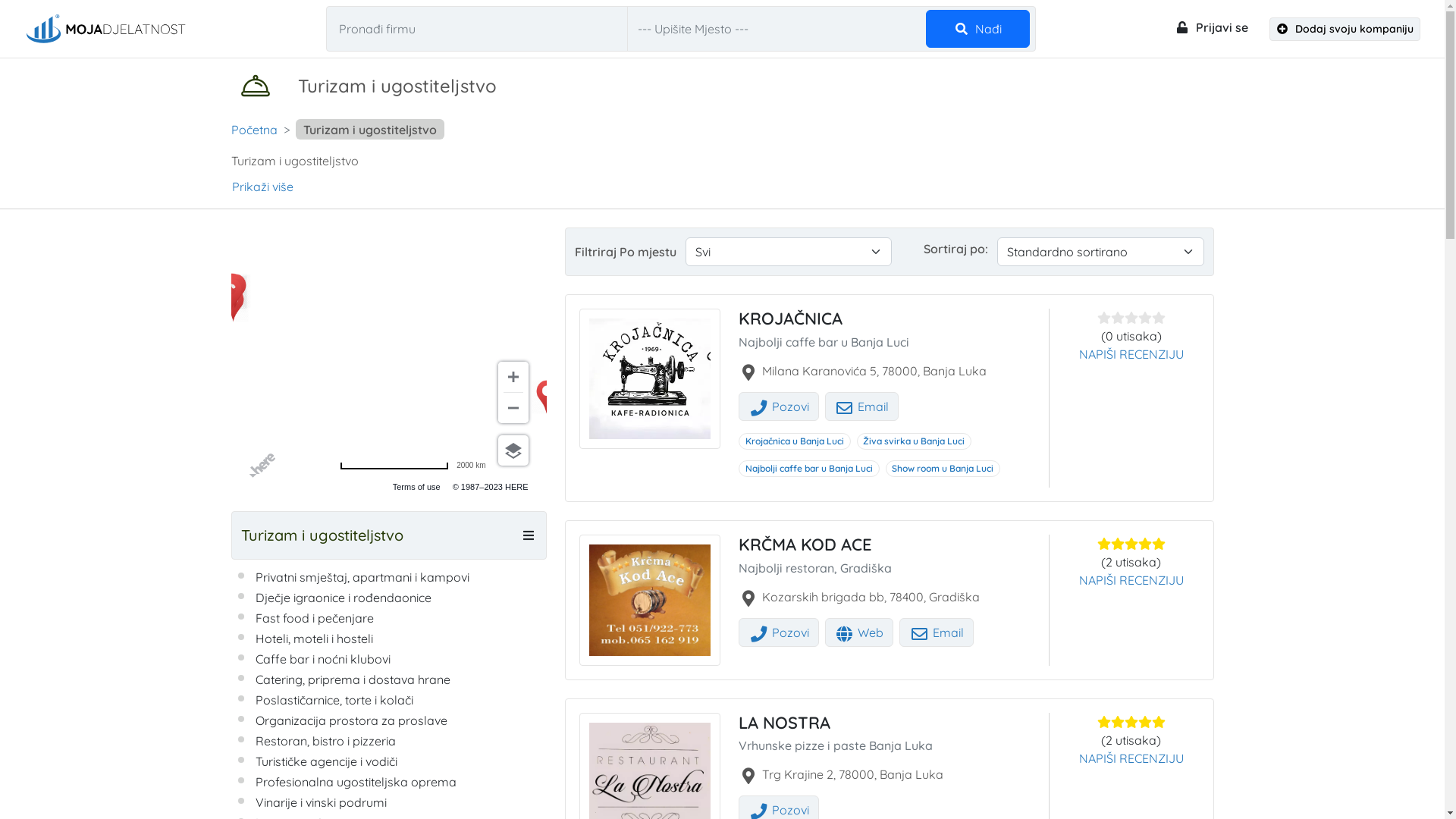  Describe the element at coordinates (350, 719) in the screenshot. I see `'Organizacija prostora za proslave'` at that location.